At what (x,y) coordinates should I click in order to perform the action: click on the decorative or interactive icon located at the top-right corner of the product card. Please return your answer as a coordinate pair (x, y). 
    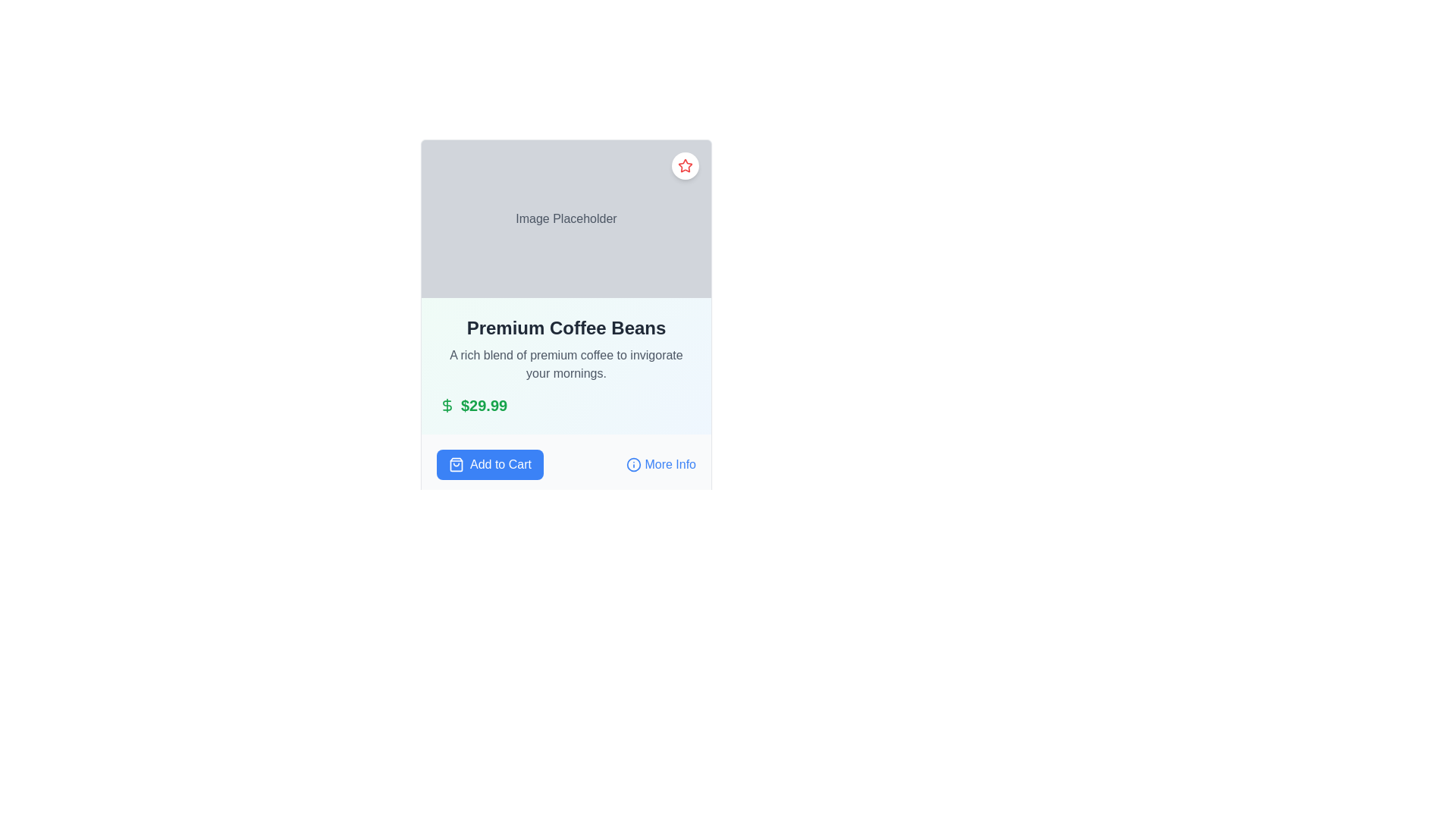
    Looking at the image, I should click on (684, 165).